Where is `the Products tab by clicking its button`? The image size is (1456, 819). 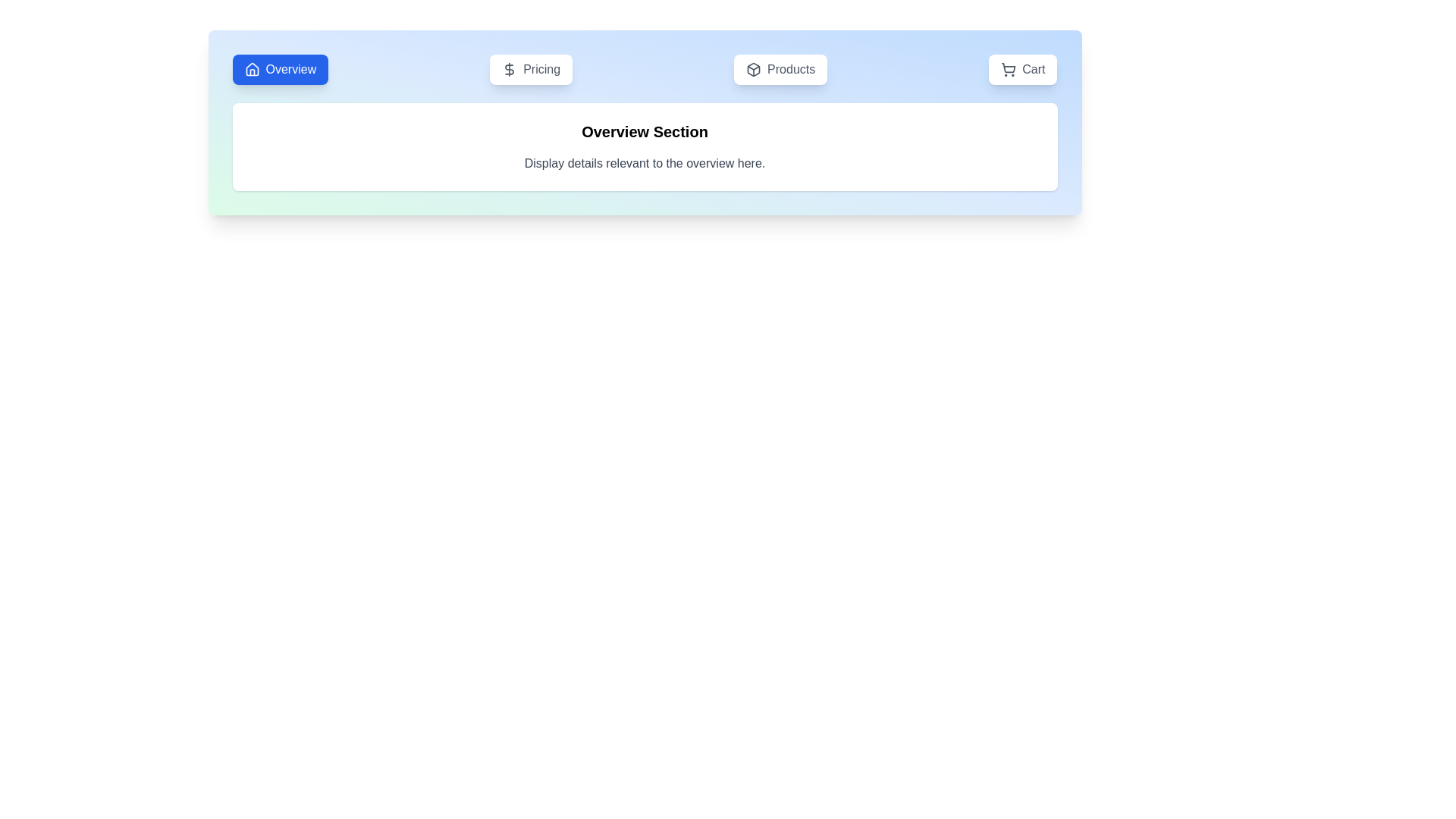
the Products tab by clicking its button is located at coordinates (780, 70).